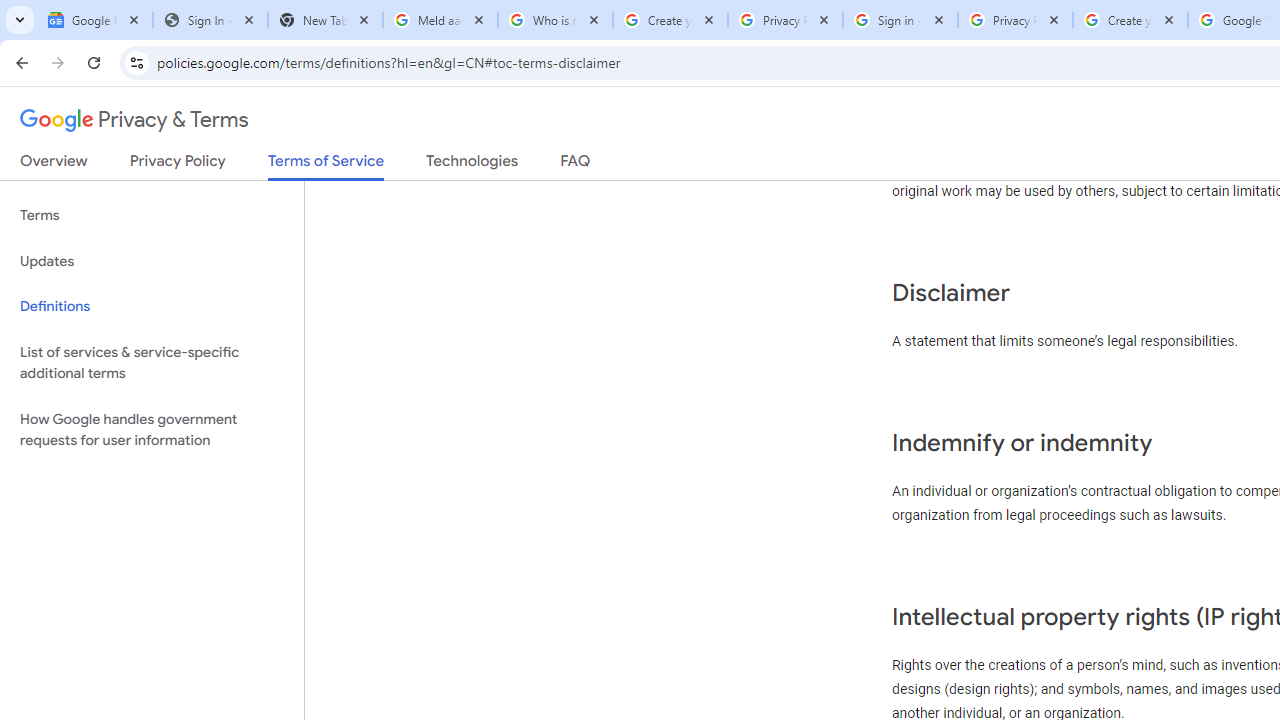 This screenshot has height=720, width=1280. I want to click on 'FAQ', so click(575, 164).